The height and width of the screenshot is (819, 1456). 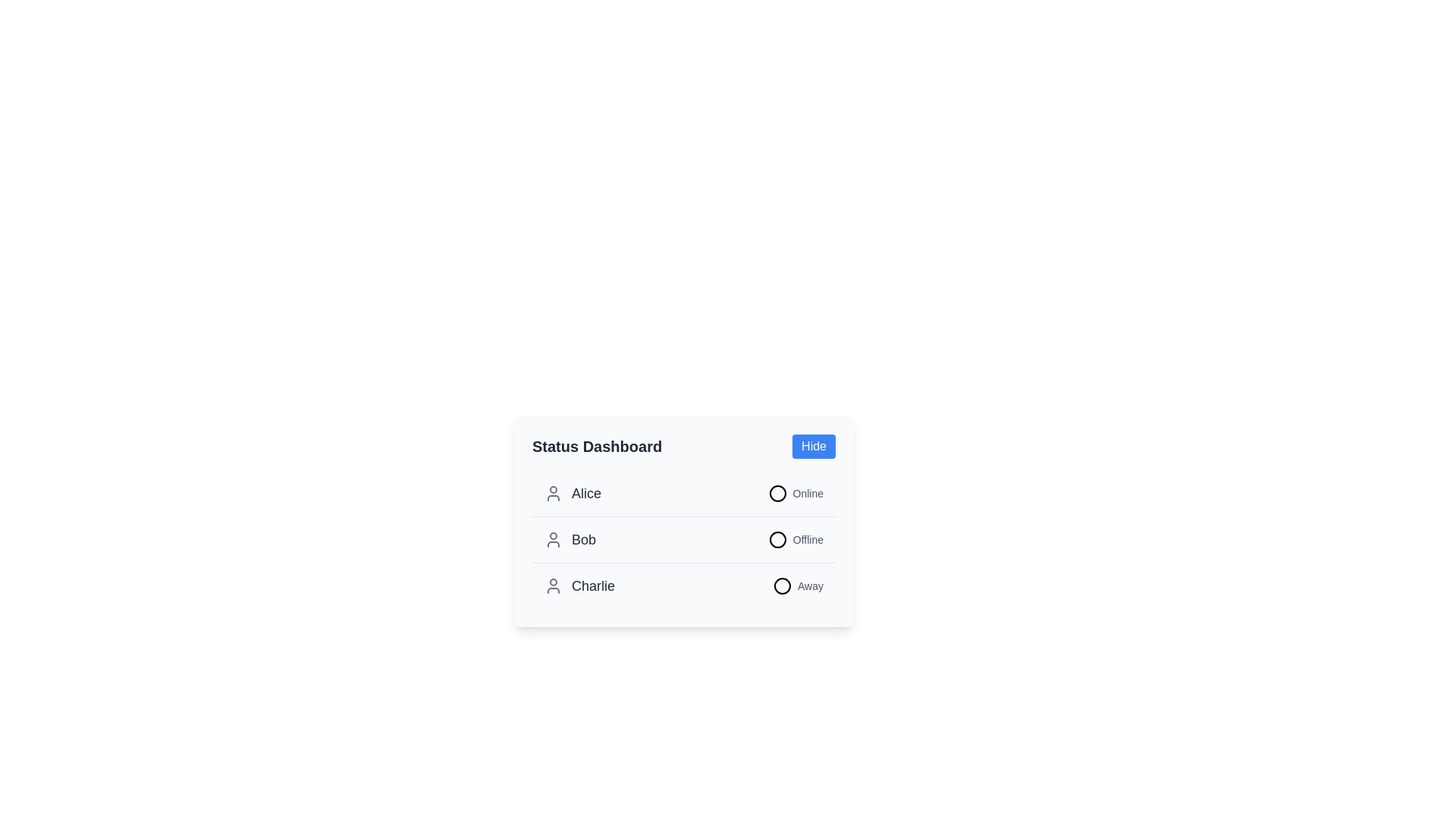 What do you see at coordinates (579, 585) in the screenshot?
I see `the list item displaying the user icon and the text 'Charlie', which is the third entry in the list and aligned to the left of the 'Away' status label` at bounding box center [579, 585].